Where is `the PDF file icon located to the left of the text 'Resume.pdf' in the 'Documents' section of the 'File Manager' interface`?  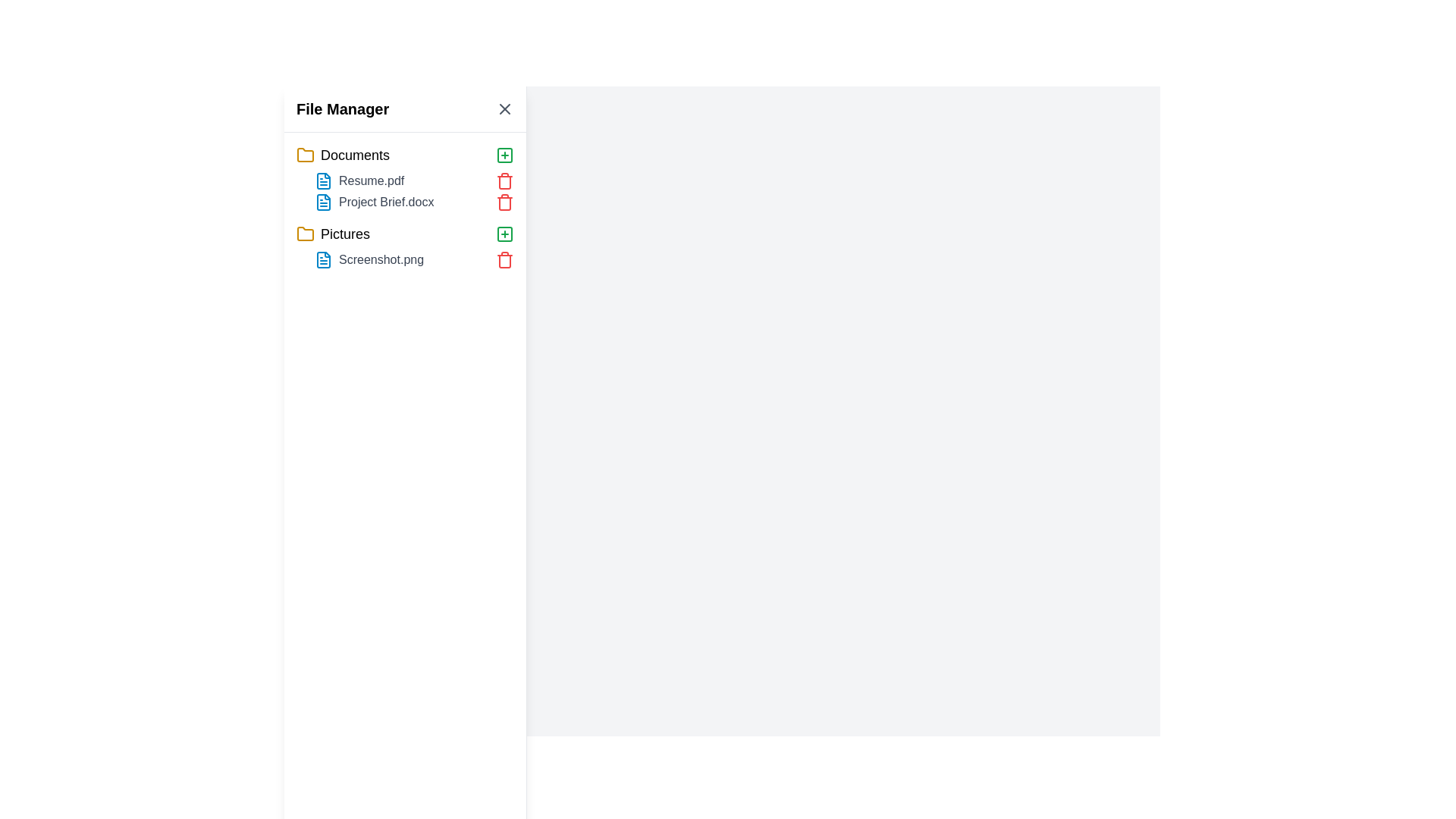
the PDF file icon located to the left of the text 'Resume.pdf' in the 'Documents' section of the 'File Manager' interface is located at coordinates (323, 180).